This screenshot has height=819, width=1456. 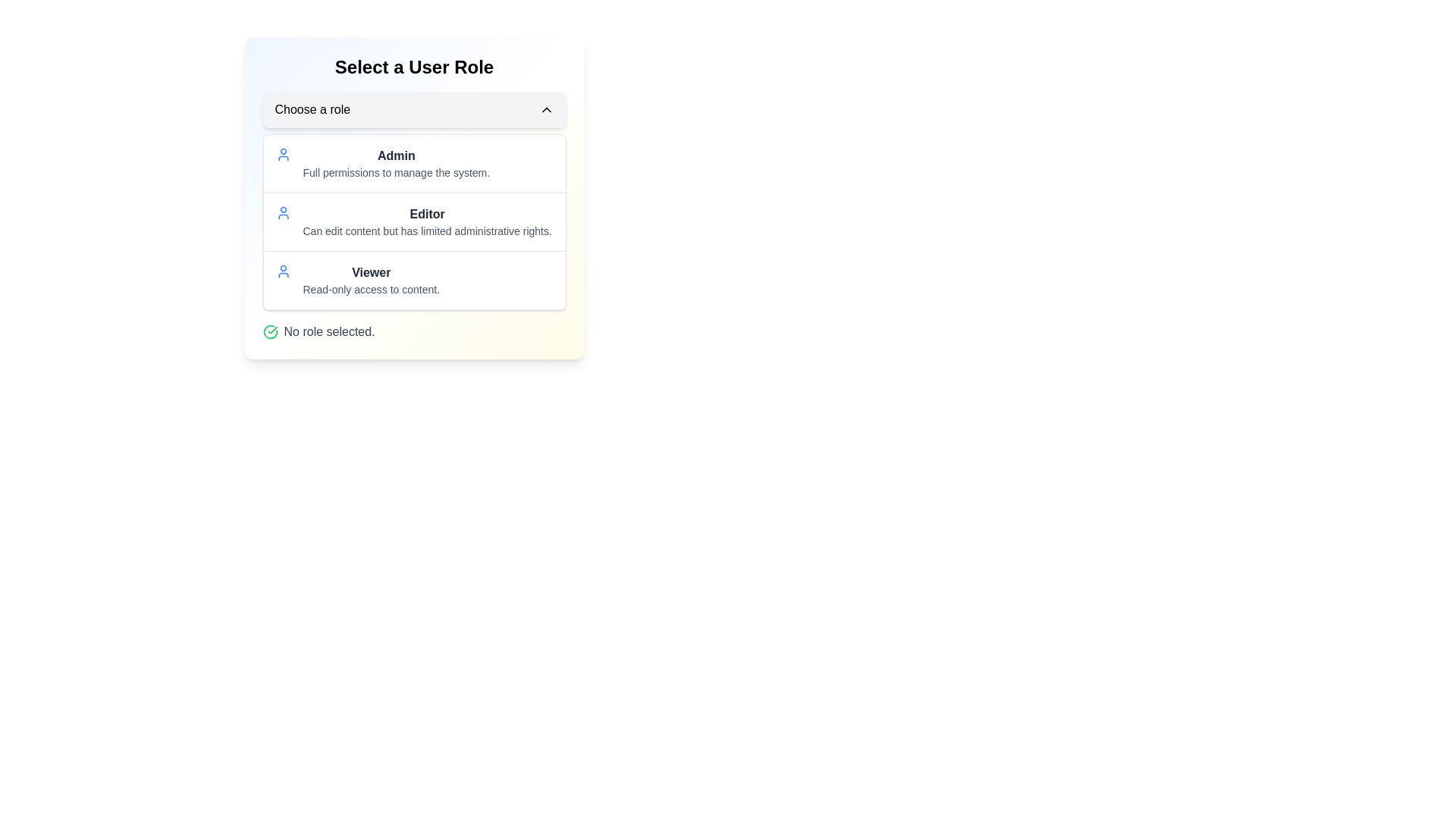 What do you see at coordinates (414, 222) in the screenshot?
I see `the List of selectable options for user roles located below the 'Choose a role' dropdown` at bounding box center [414, 222].